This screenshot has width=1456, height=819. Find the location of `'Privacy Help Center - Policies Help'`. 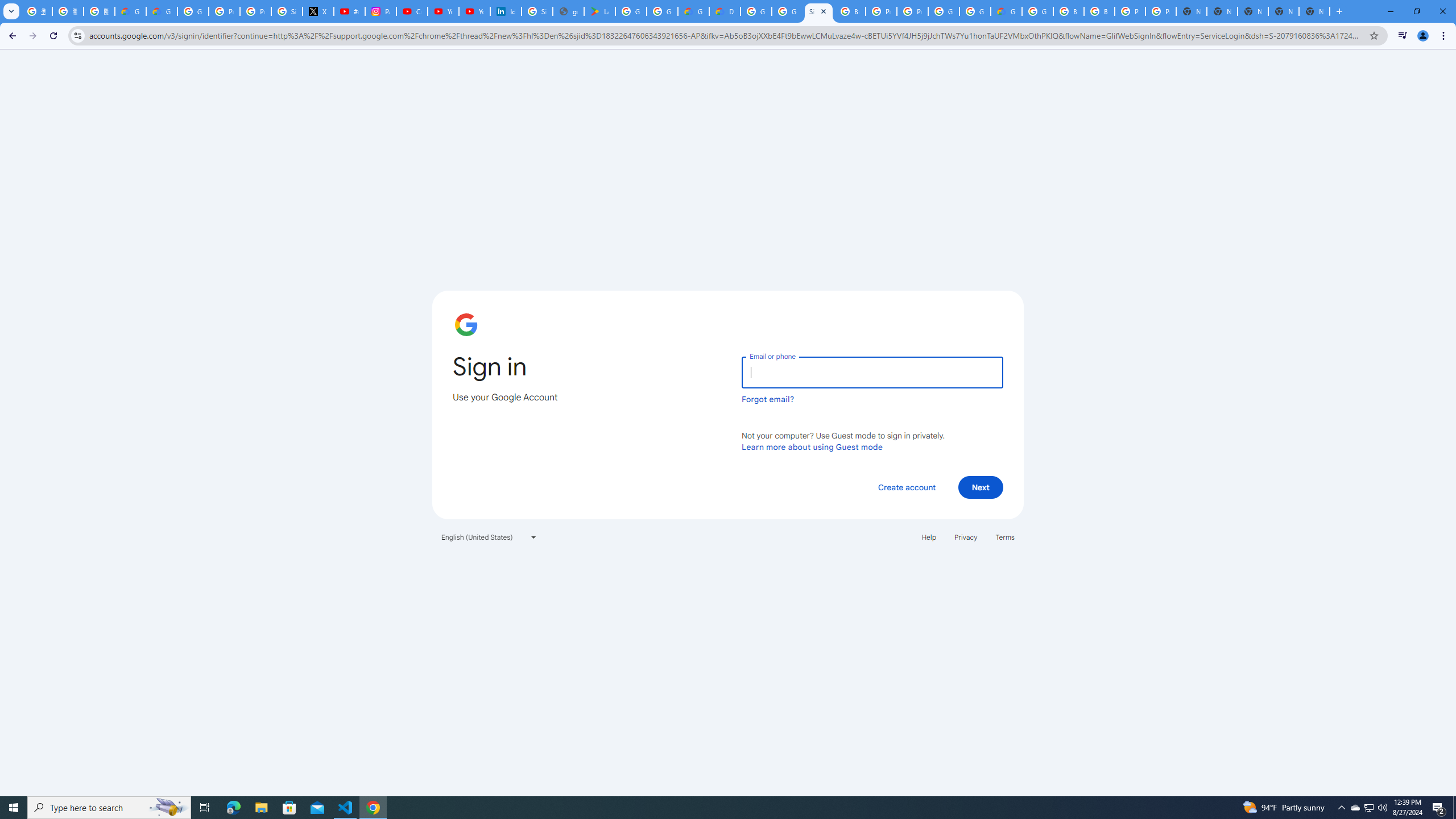

'Privacy Help Center - Policies Help' is located at coordinates (255, 11).